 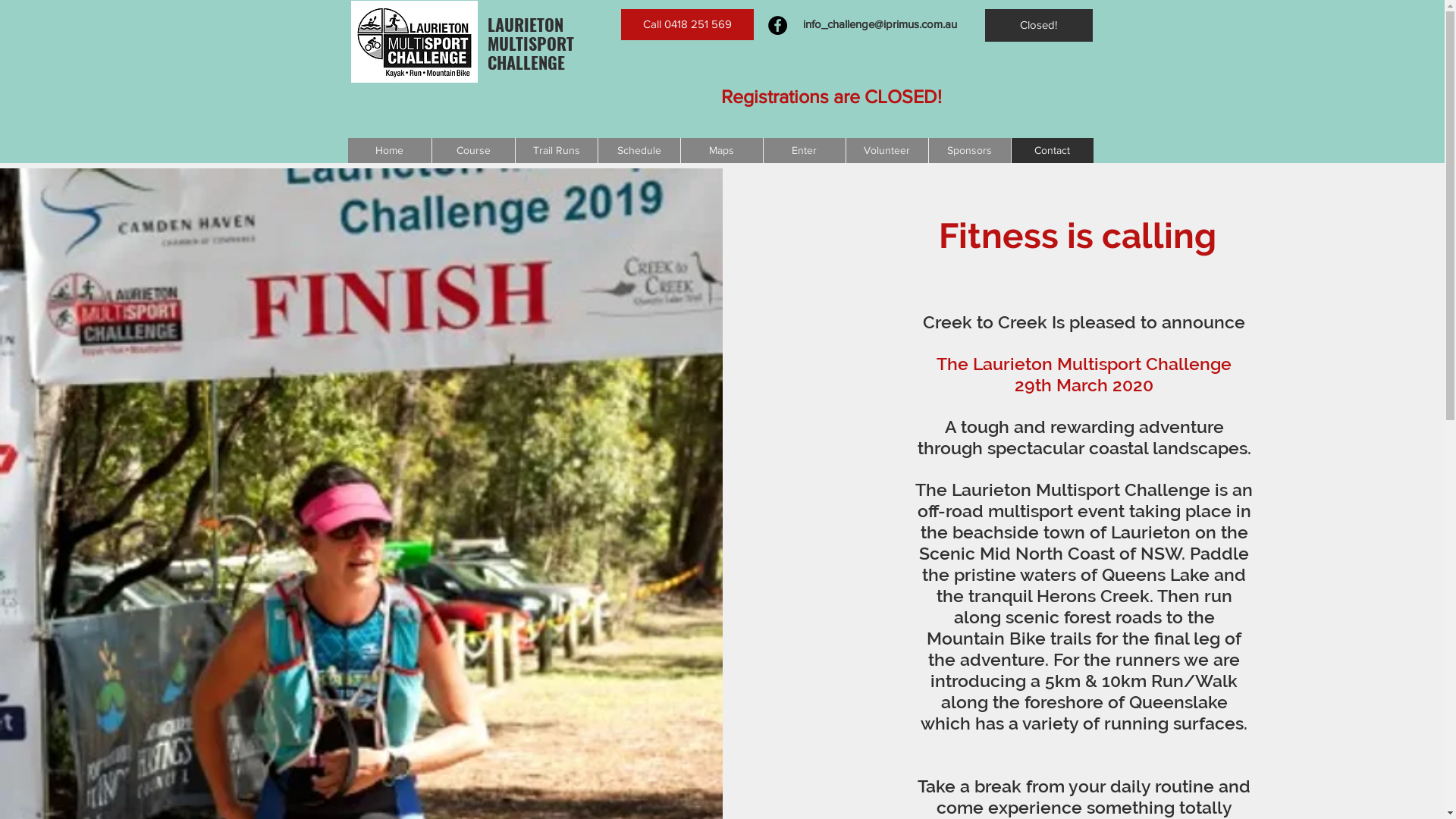 I want to click on 'Closed!', so click(x=984, y=25).